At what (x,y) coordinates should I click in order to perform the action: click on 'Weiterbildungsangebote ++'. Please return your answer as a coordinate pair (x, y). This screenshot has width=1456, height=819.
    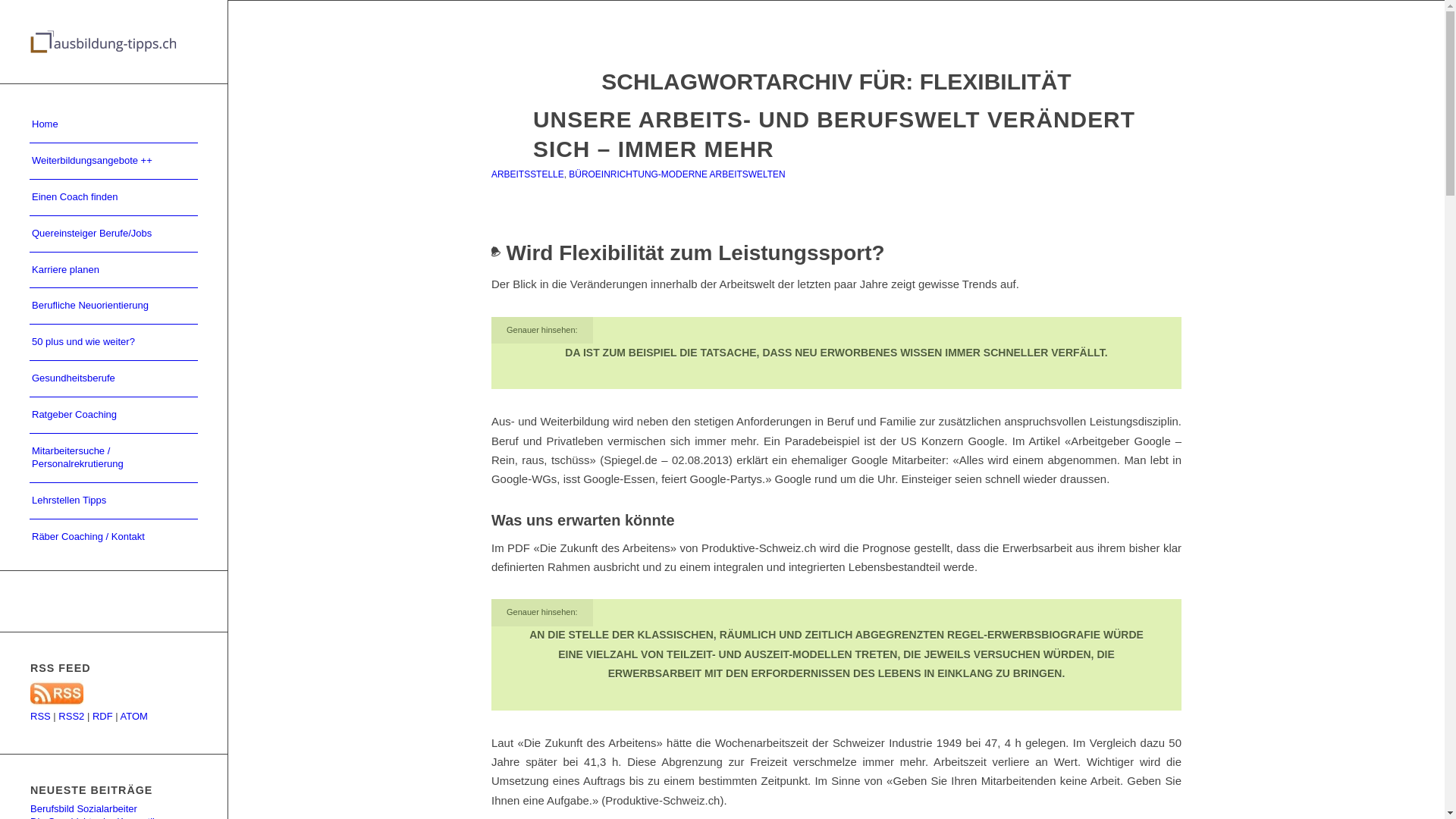
    Looking at the image, I should click on (112, 161).